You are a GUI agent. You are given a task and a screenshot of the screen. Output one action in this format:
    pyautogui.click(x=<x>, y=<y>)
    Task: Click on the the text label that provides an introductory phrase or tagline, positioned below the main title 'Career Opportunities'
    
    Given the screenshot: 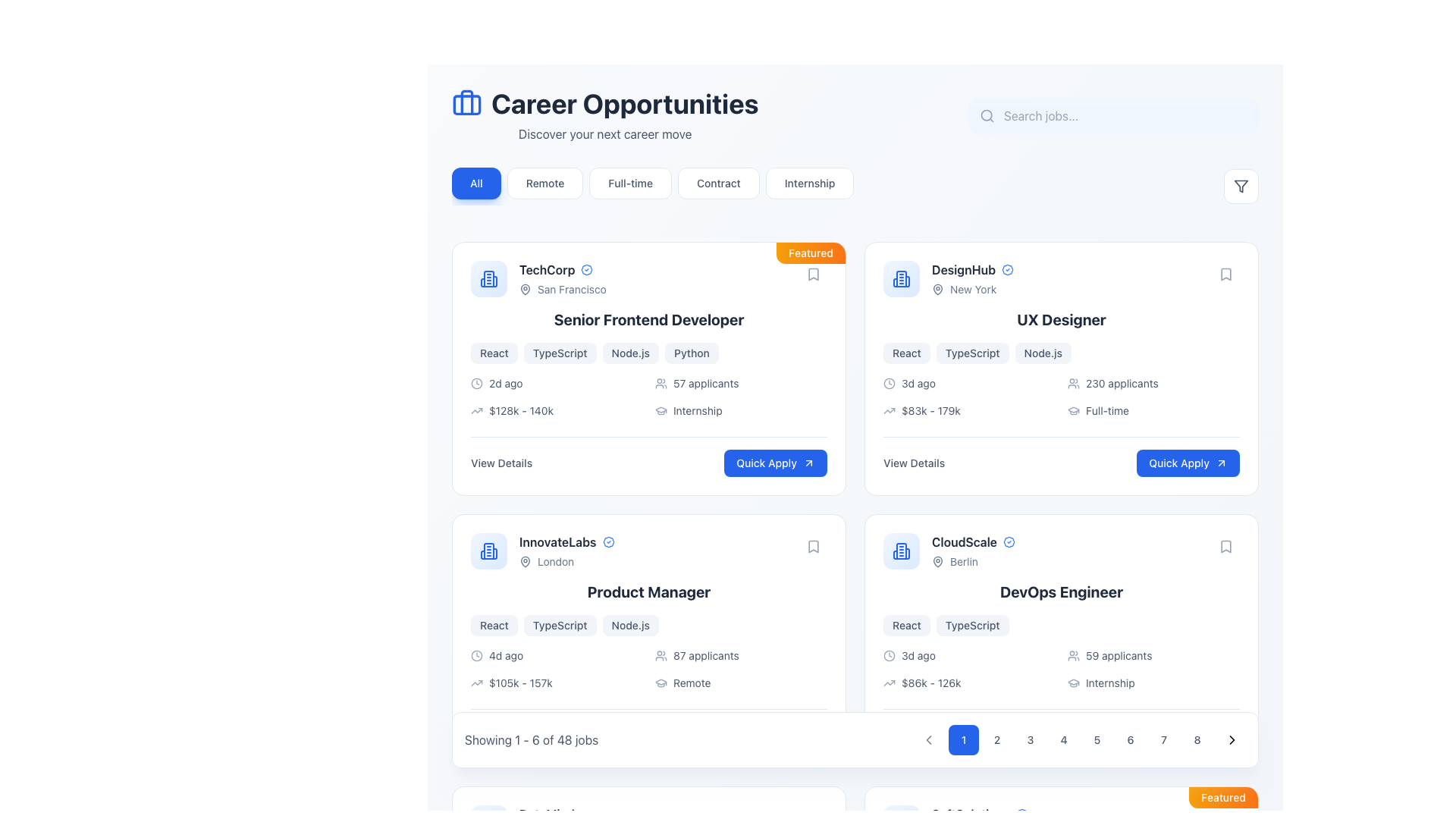 What is the action you would take?
    pyautogui.click(x=604, y=133)
    